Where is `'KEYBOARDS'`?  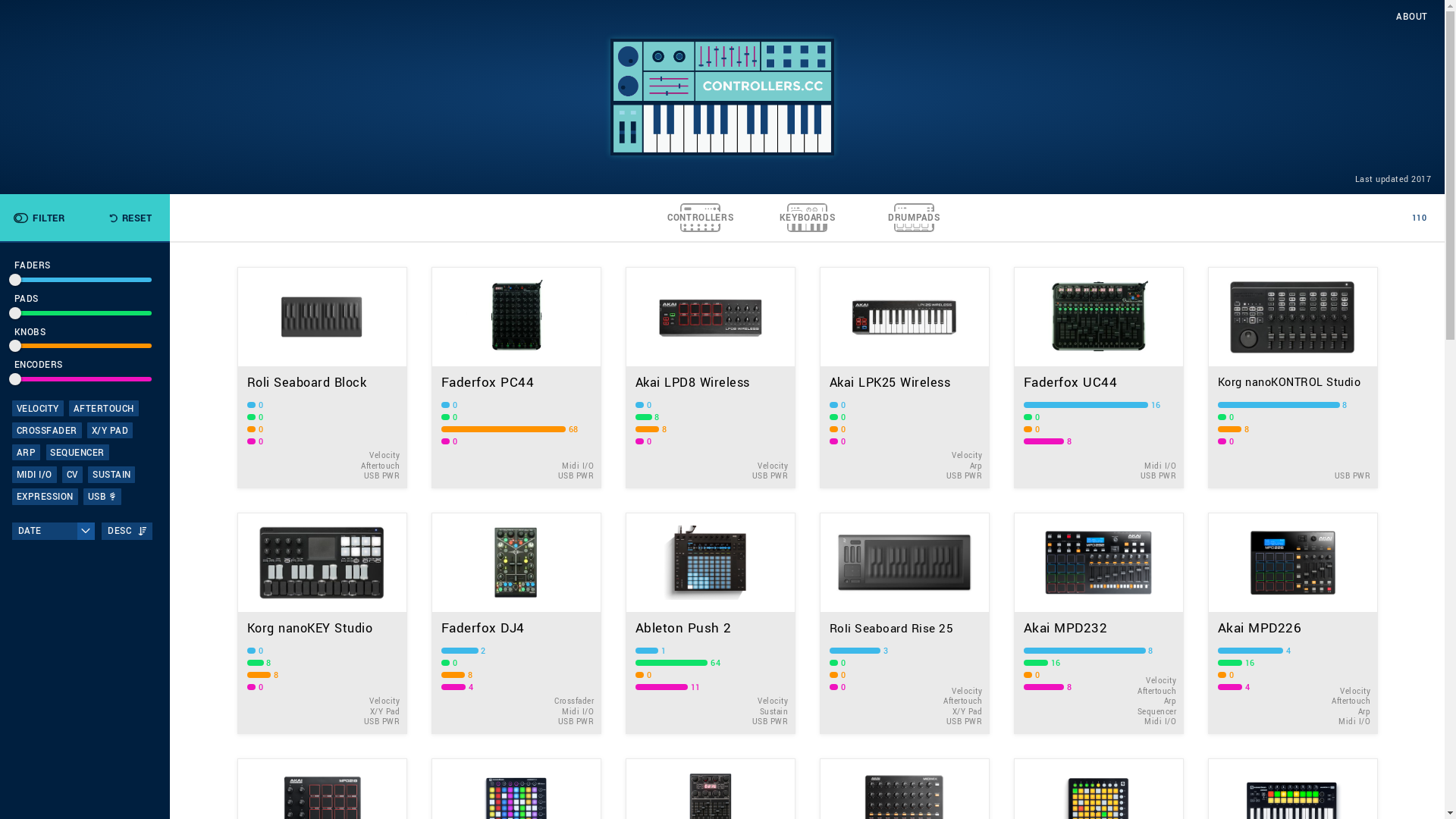
'KEYBOARDS' is located at coordinates (806, 217).